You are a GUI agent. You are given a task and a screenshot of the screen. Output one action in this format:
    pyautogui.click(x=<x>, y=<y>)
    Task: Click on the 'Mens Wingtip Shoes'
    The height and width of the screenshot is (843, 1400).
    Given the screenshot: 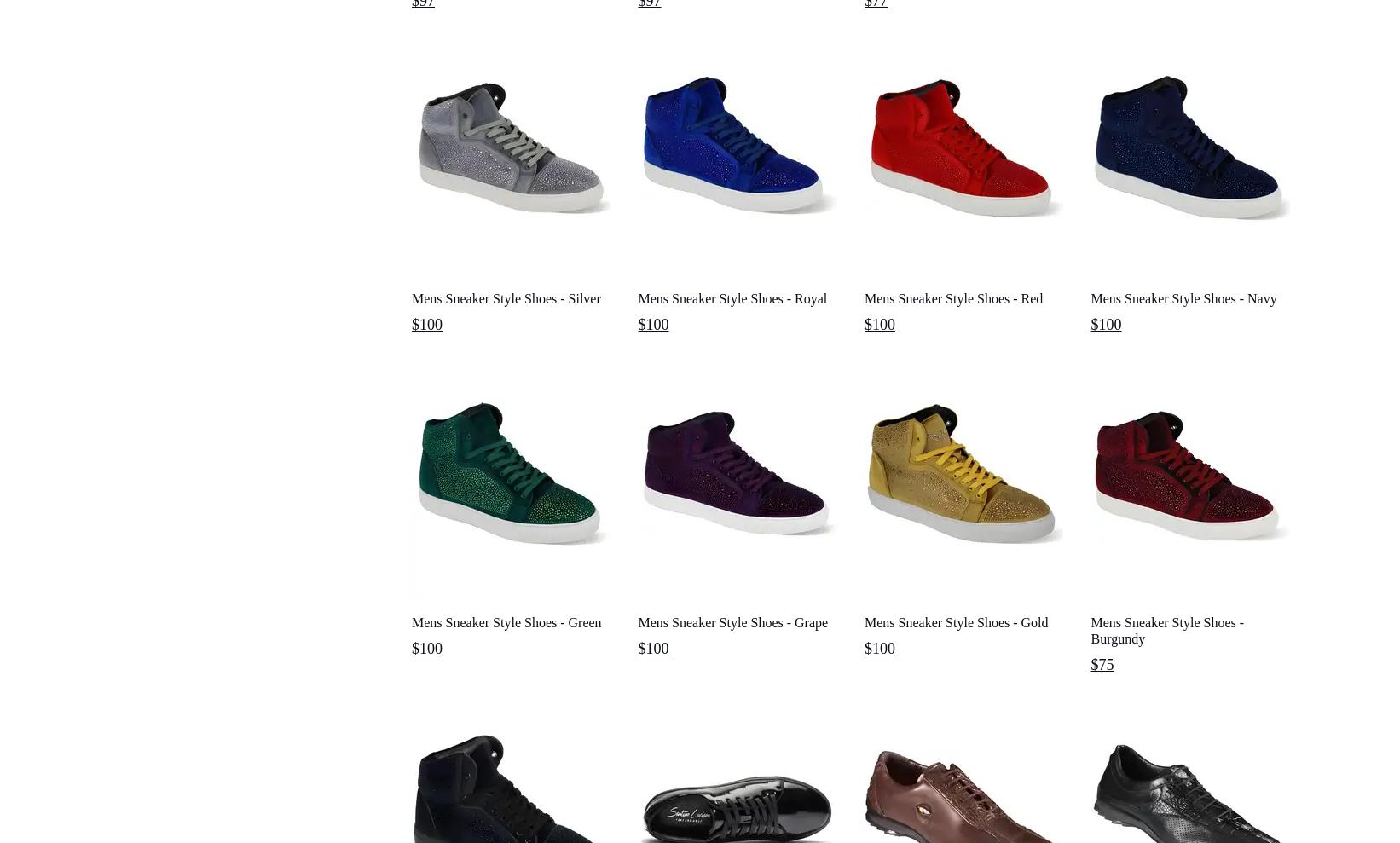 What is the action you would take?
    pyautogui.click(x=453, y=57)
    